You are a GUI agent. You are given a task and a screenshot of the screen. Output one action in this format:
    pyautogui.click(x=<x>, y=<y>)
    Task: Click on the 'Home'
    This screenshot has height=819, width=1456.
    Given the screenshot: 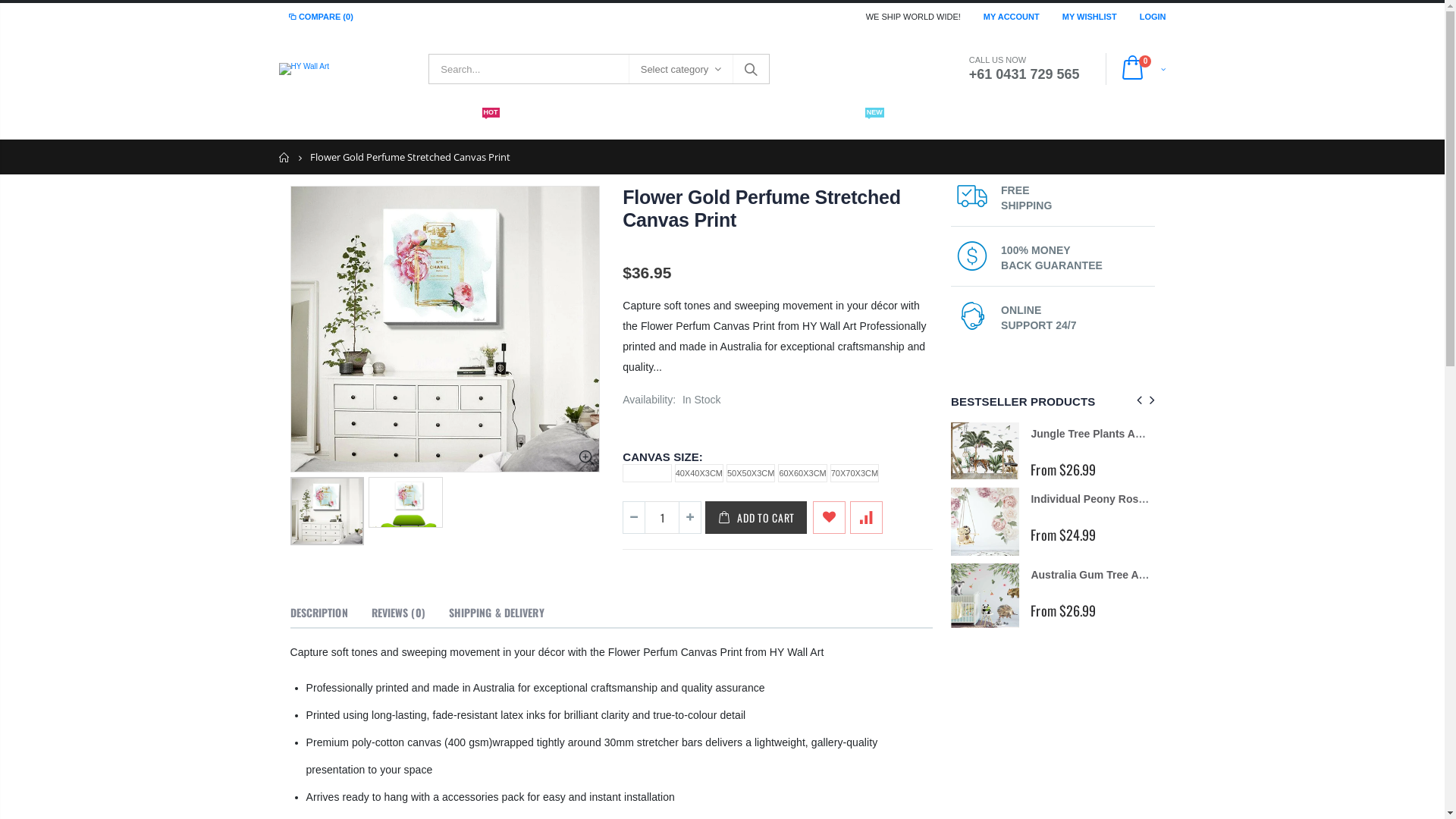 What is the action you would take?
    pyautogui.click(x=284, y=157)
    